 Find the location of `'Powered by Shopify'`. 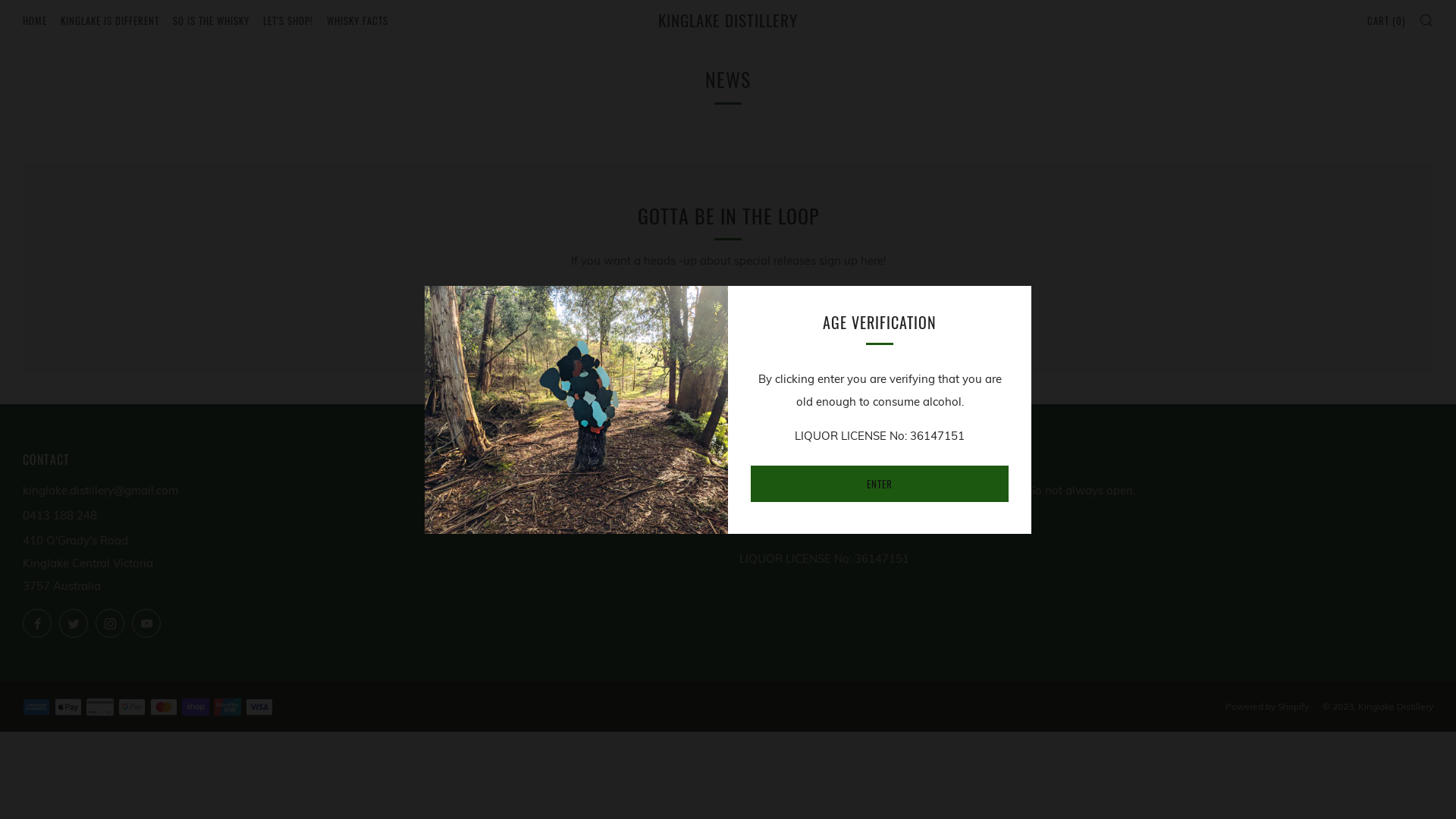

'Powered by Shopify' is located at coordinates (1266, 706).